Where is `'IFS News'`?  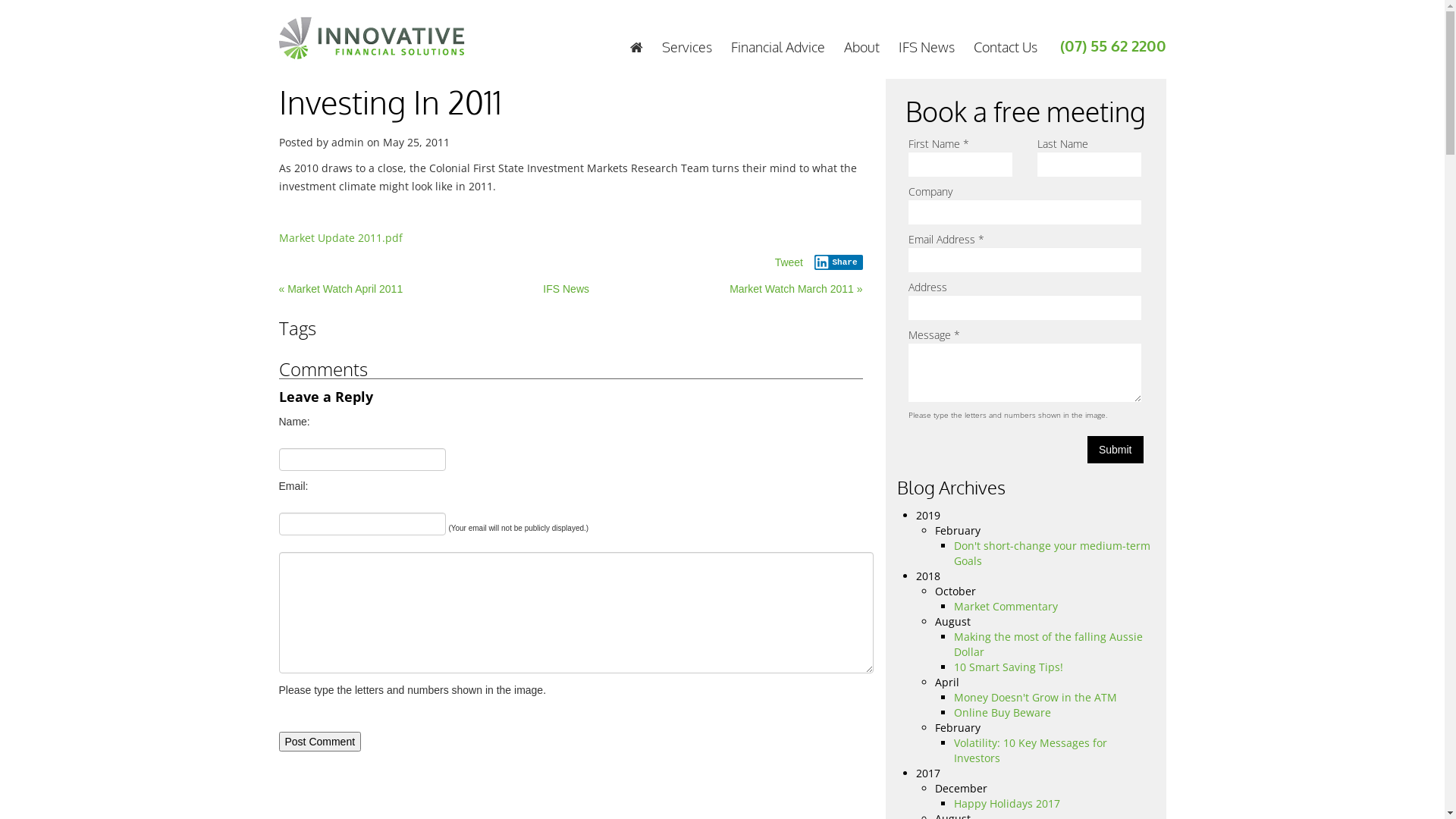
'IFS News' is located at coordinates (924, 45).